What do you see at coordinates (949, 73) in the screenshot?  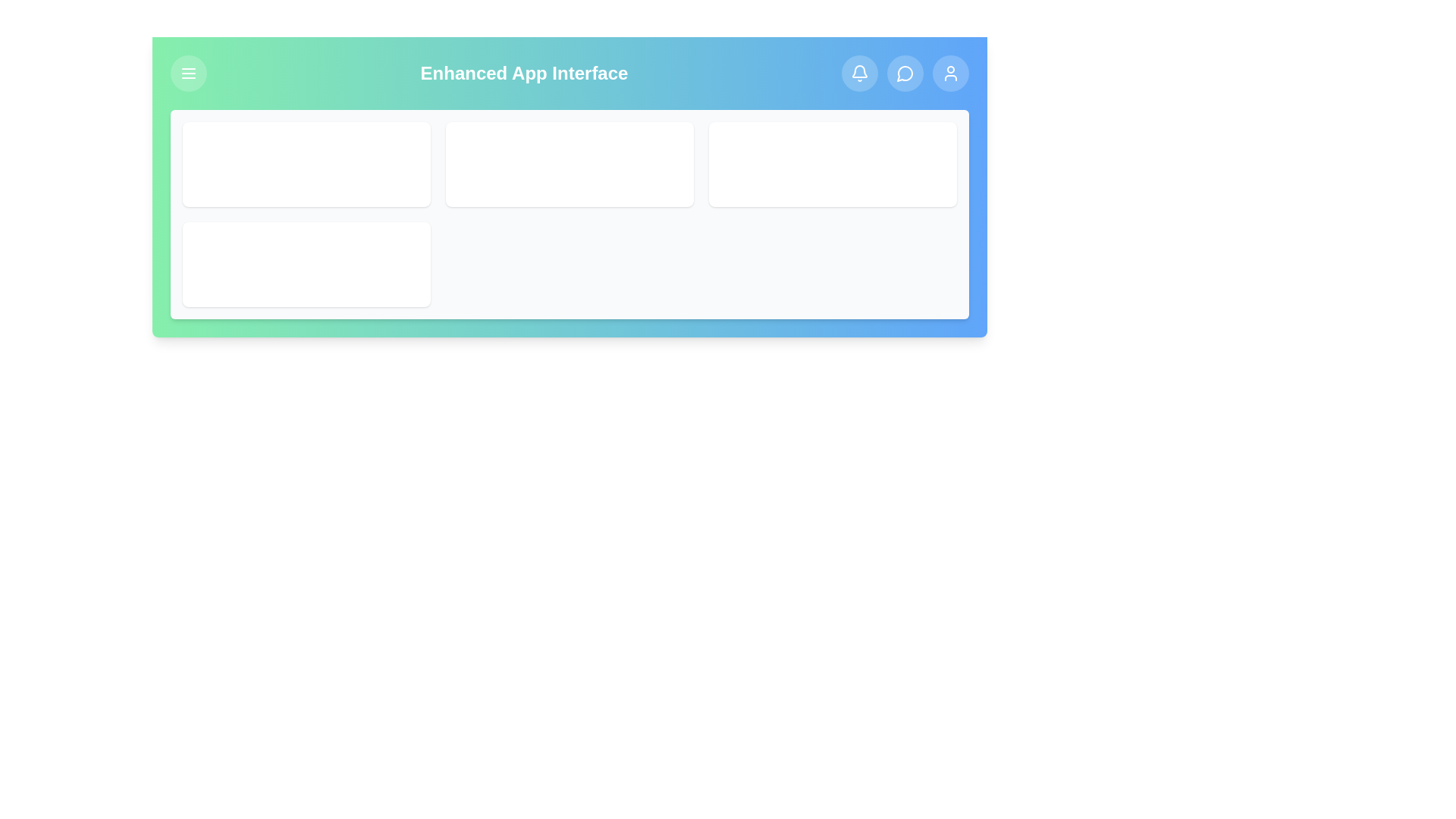 I see `the user settings button to access the user settings` at bounding box center [949, 73].